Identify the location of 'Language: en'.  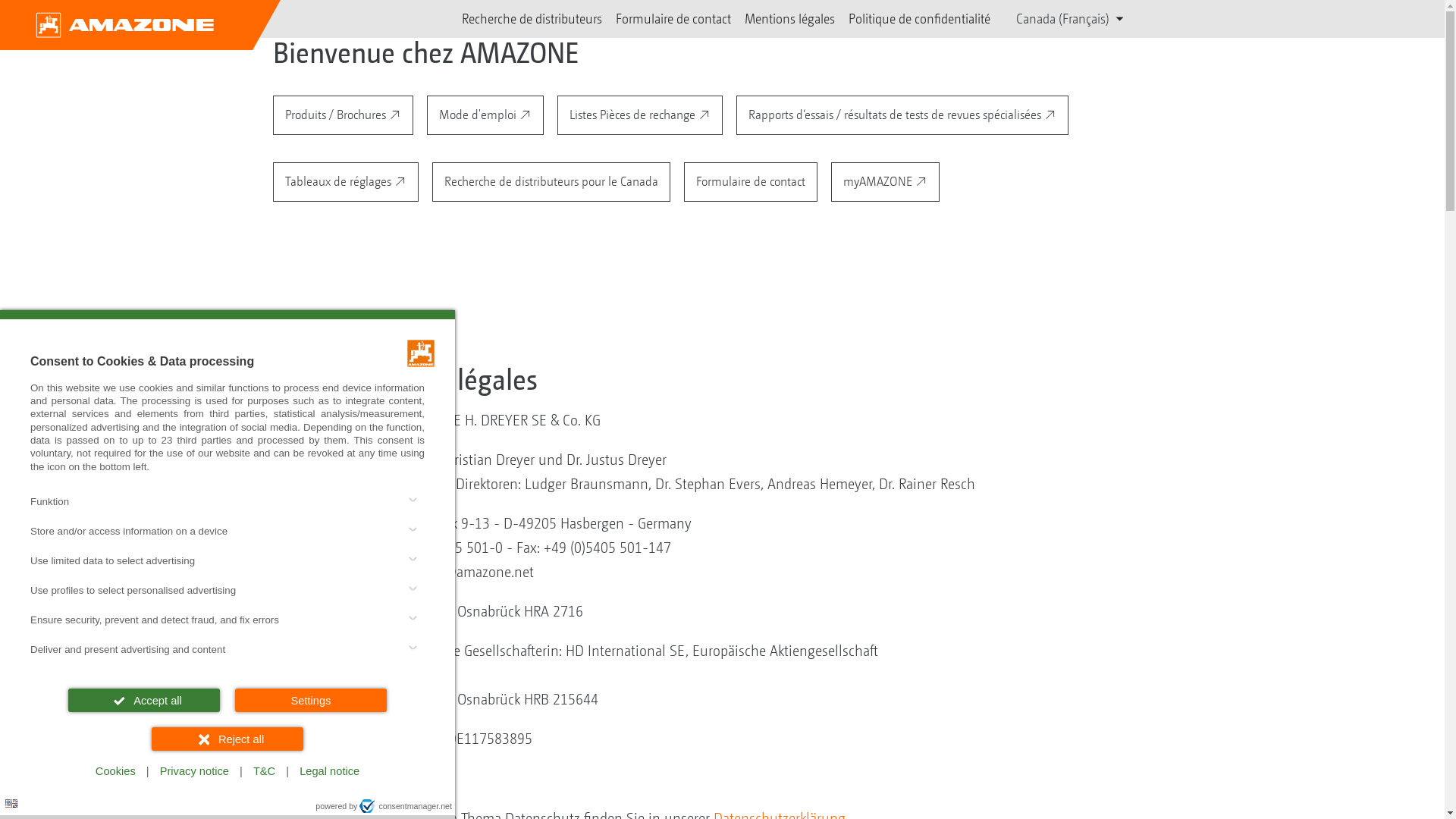
(11, 802).